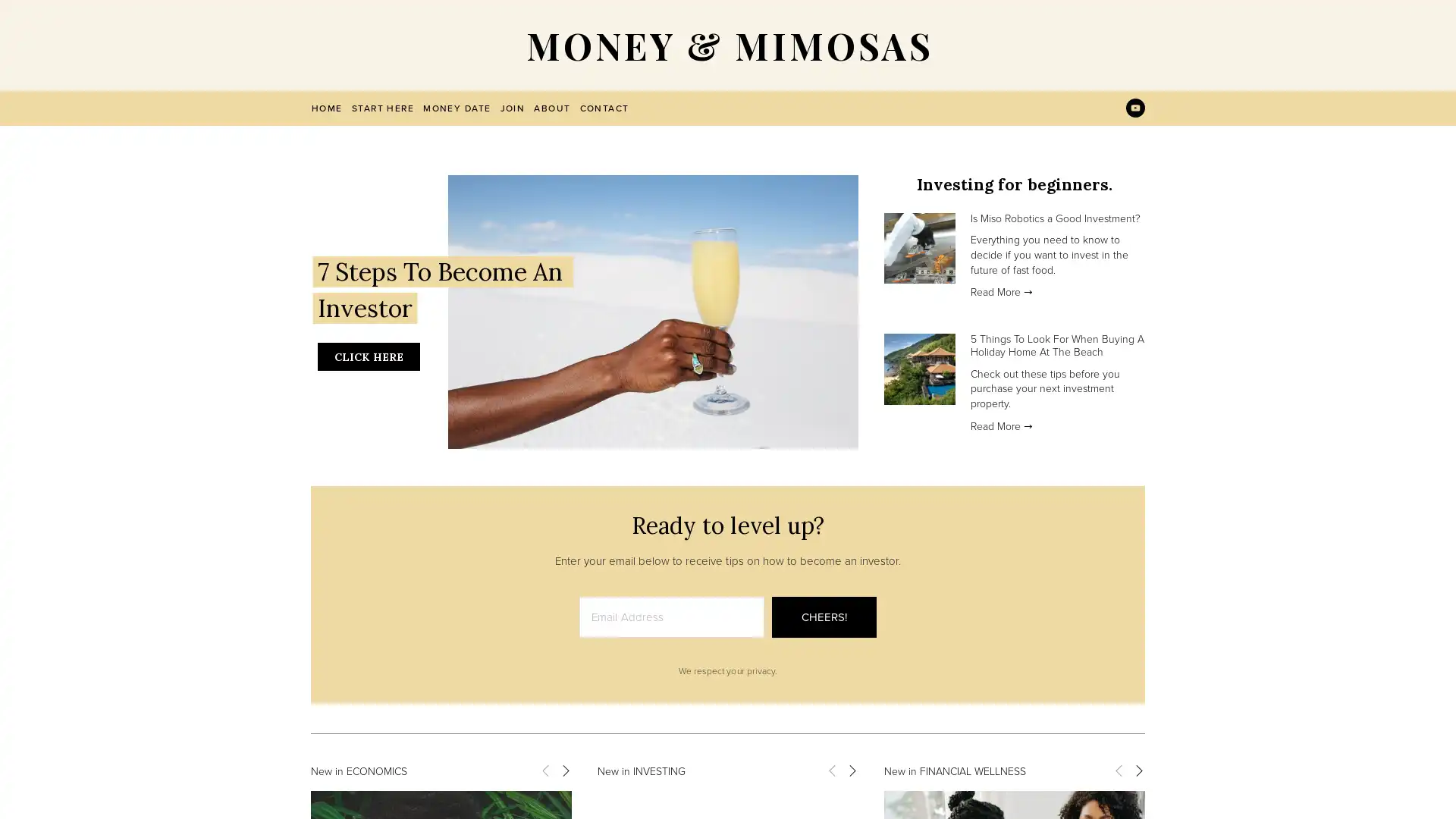 The image size is (1456, 819). What do you see at coordinates (852, 769) in the screenshot?
I see `Next` at bounding box center [852, 769].